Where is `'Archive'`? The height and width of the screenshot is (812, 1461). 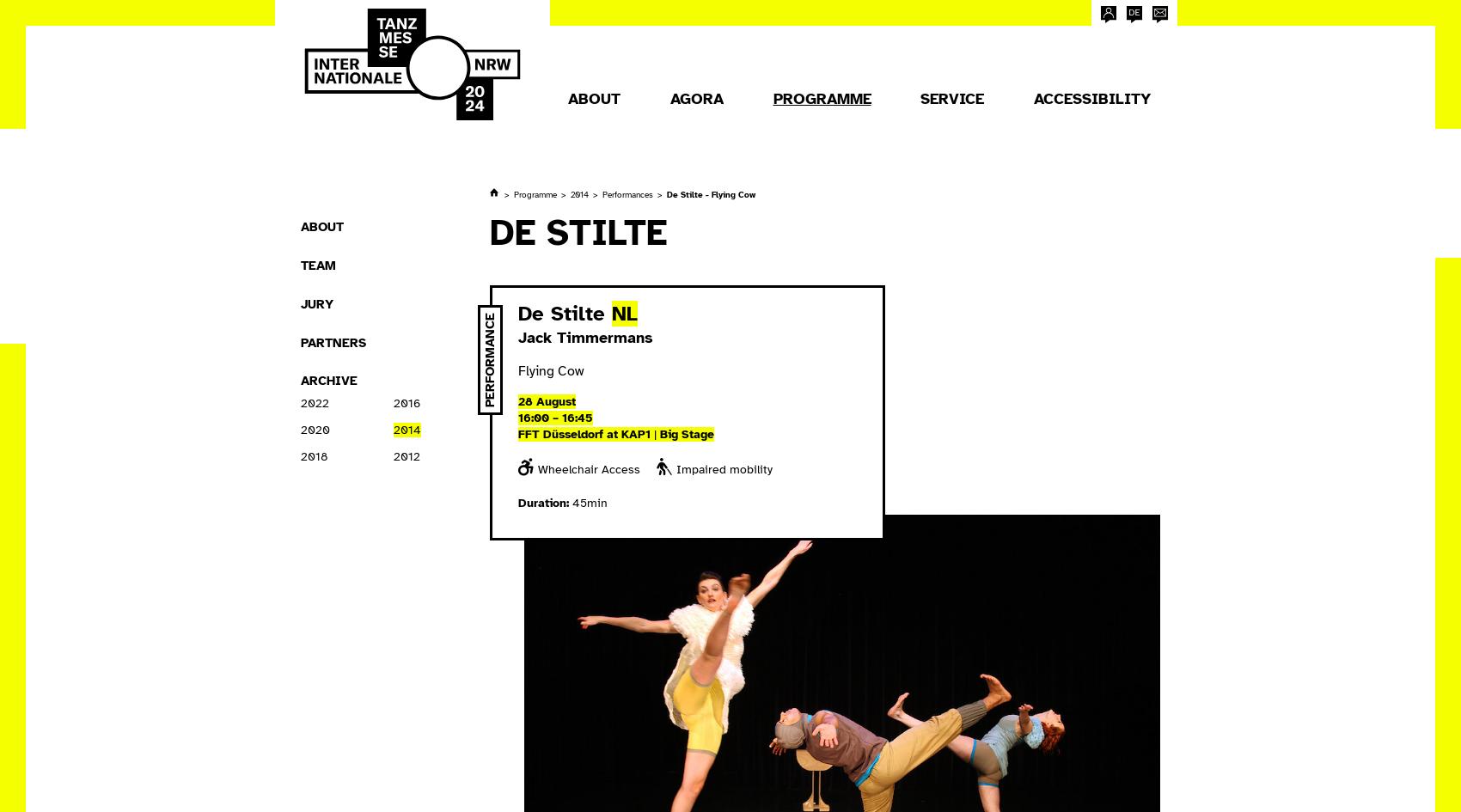
'Archive' is located at coordinates (328, 381).